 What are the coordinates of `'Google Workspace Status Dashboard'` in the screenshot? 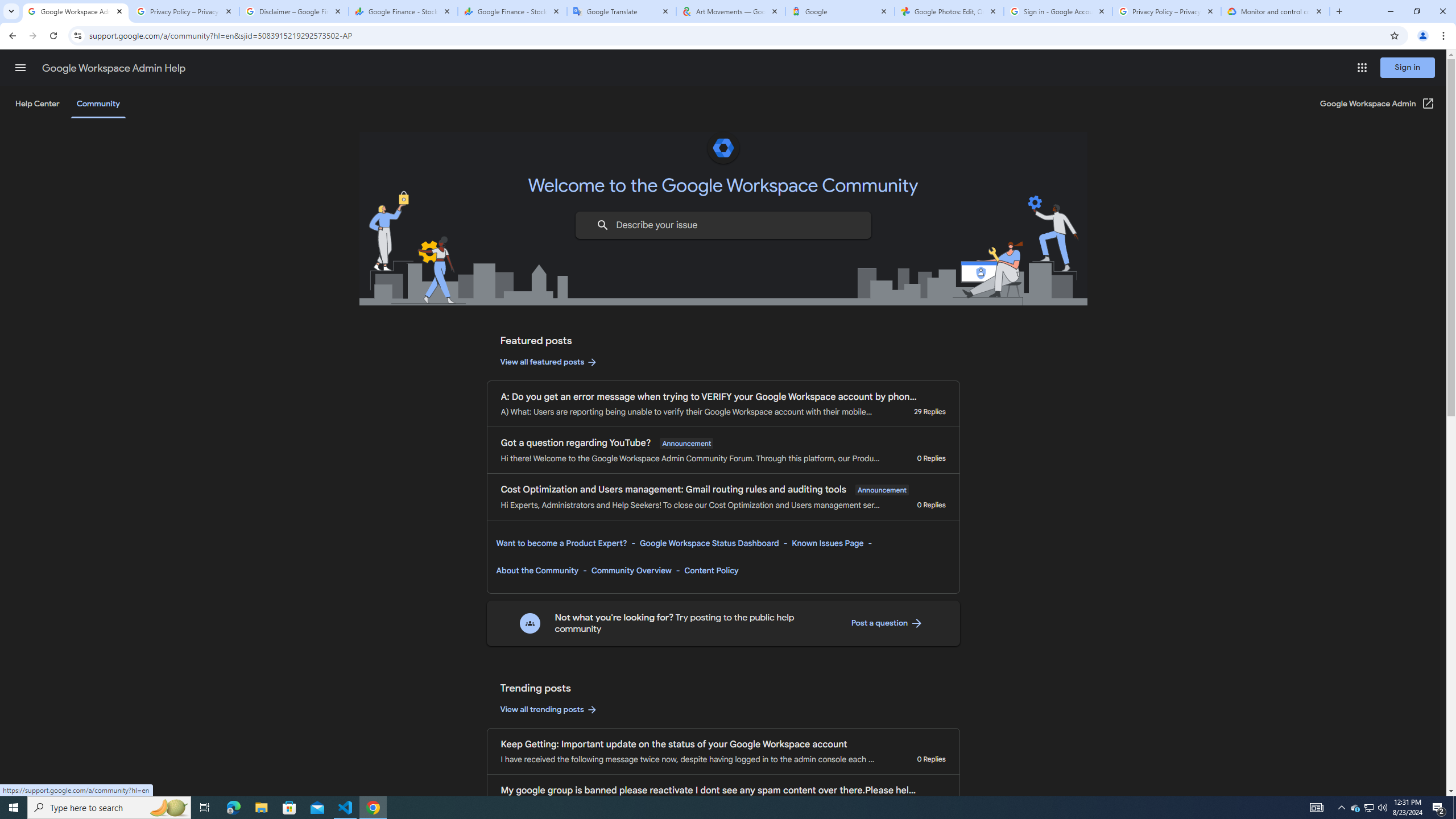 It's located at (709, 542).